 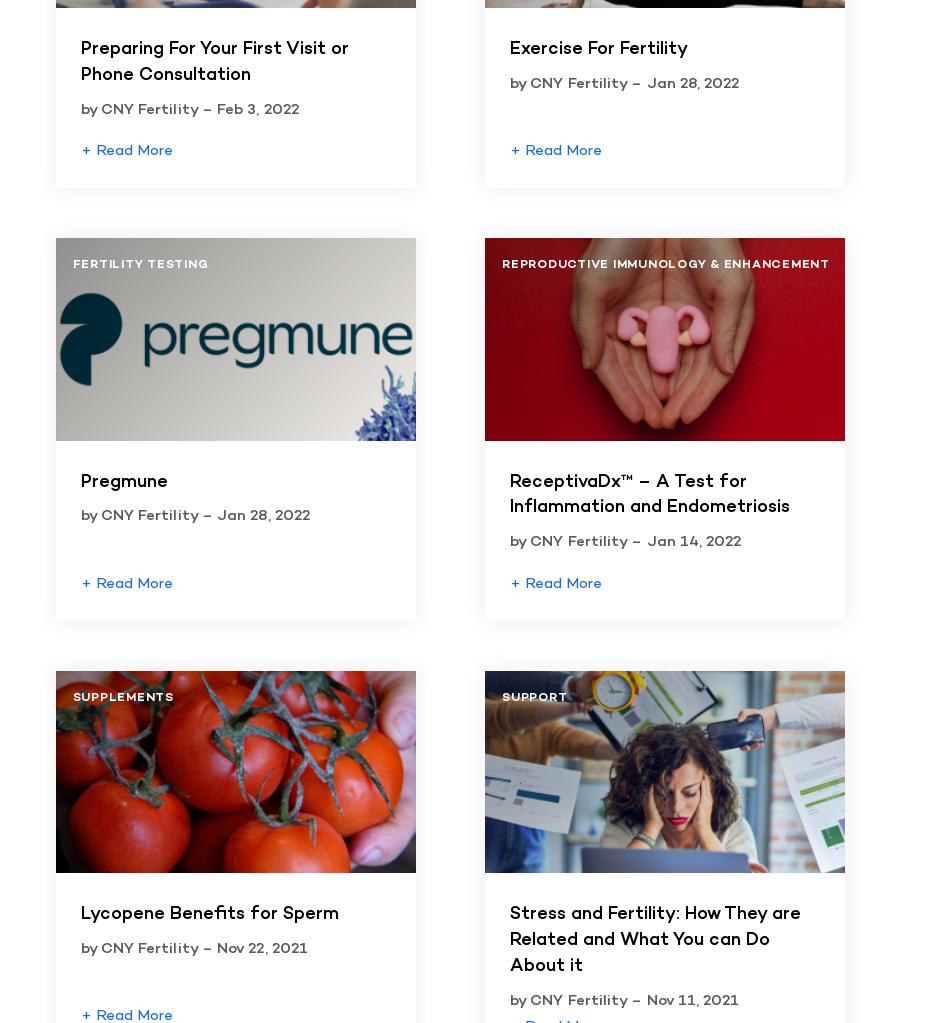 I want to click on 'Jan 14, 2022', so click(x=693, y=540).